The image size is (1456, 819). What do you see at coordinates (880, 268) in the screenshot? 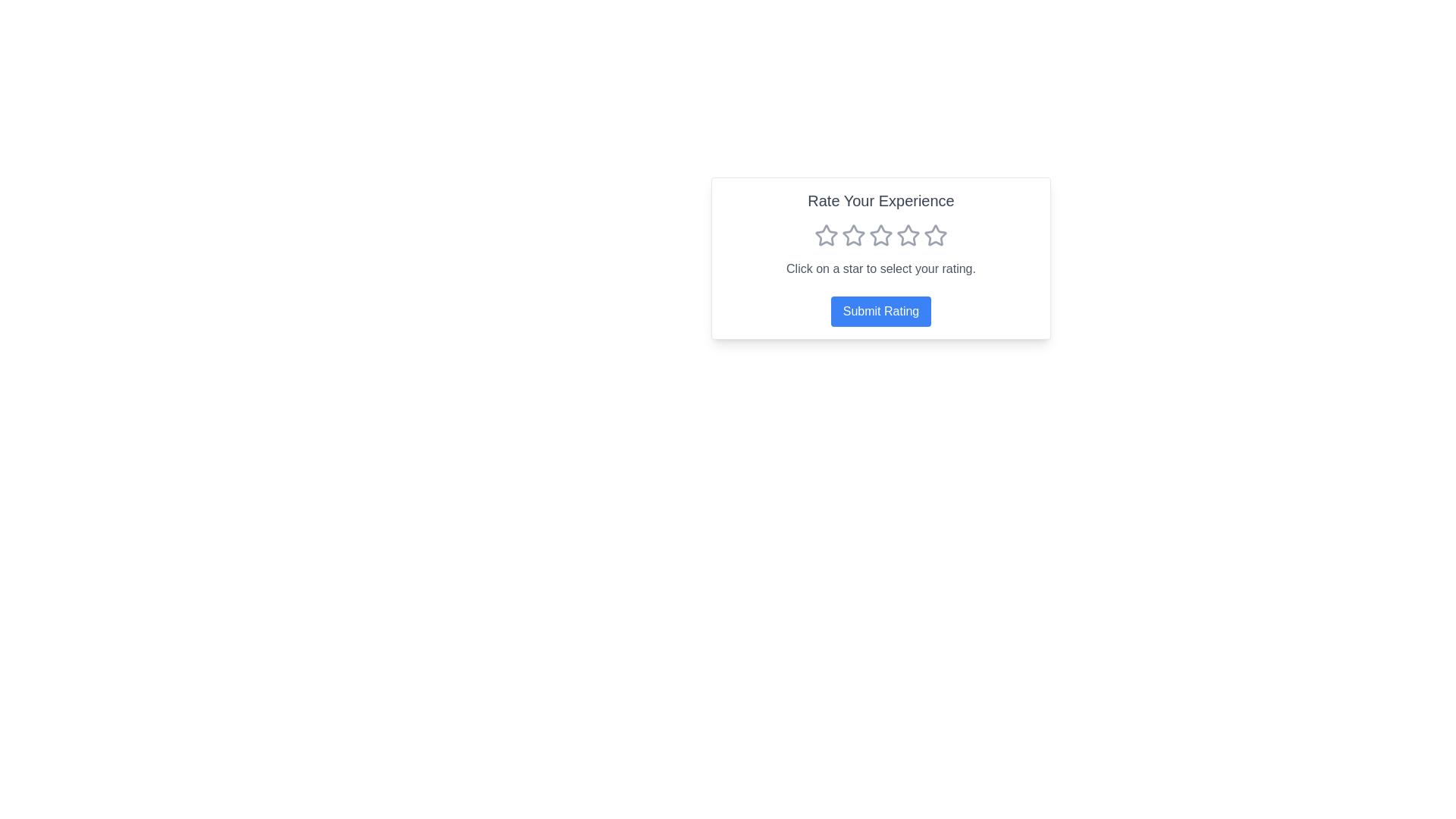
I see `the Text Label that provides instructions for the rating mechanism, located below the stars and above the 'Submit Rating' button` at bounding box center [880, 268].